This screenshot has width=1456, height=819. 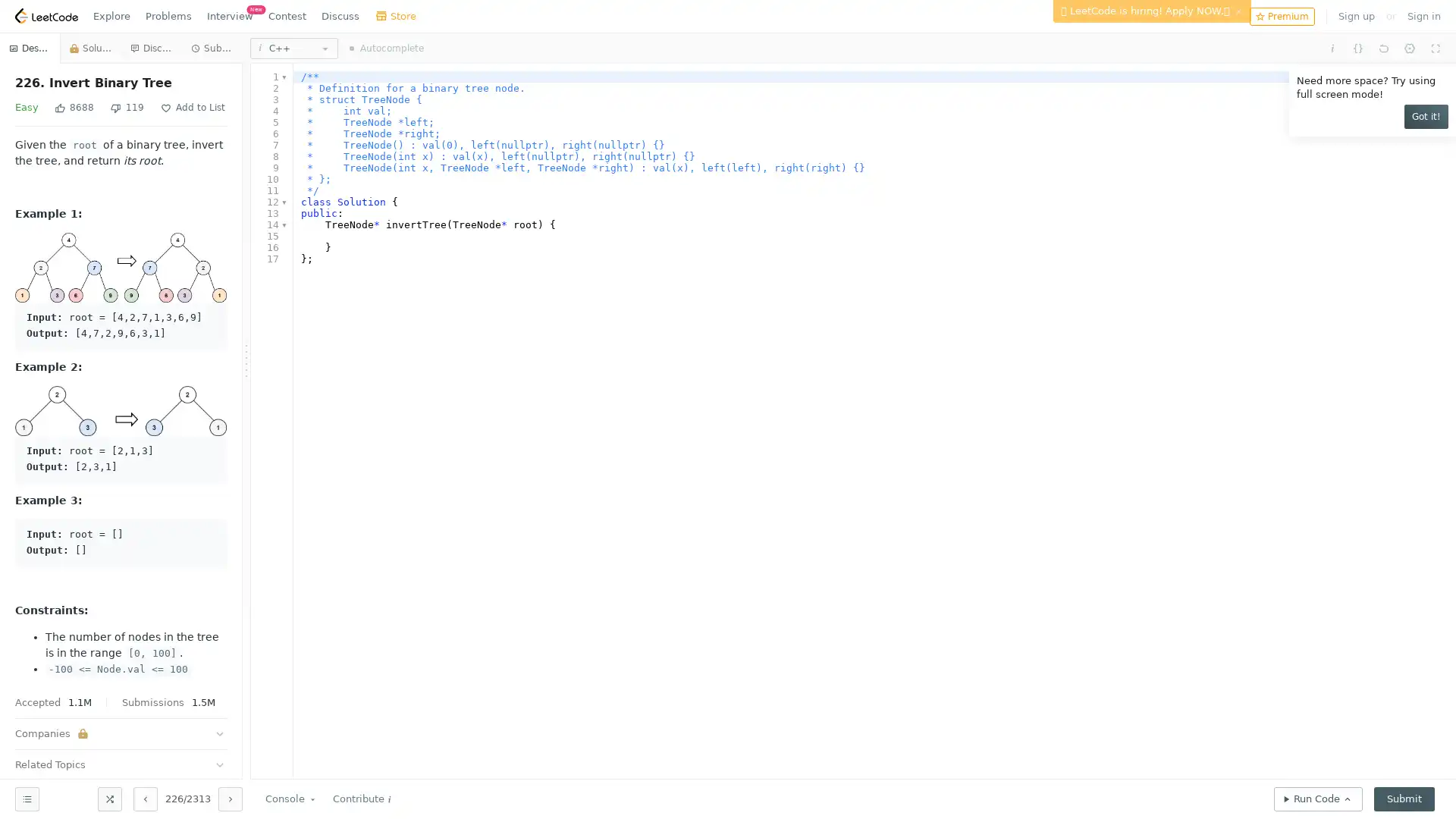 What do you see at coordinates (1281, 15) in the screenshot?
I see `Premium` at bounding box center [1281, 15].